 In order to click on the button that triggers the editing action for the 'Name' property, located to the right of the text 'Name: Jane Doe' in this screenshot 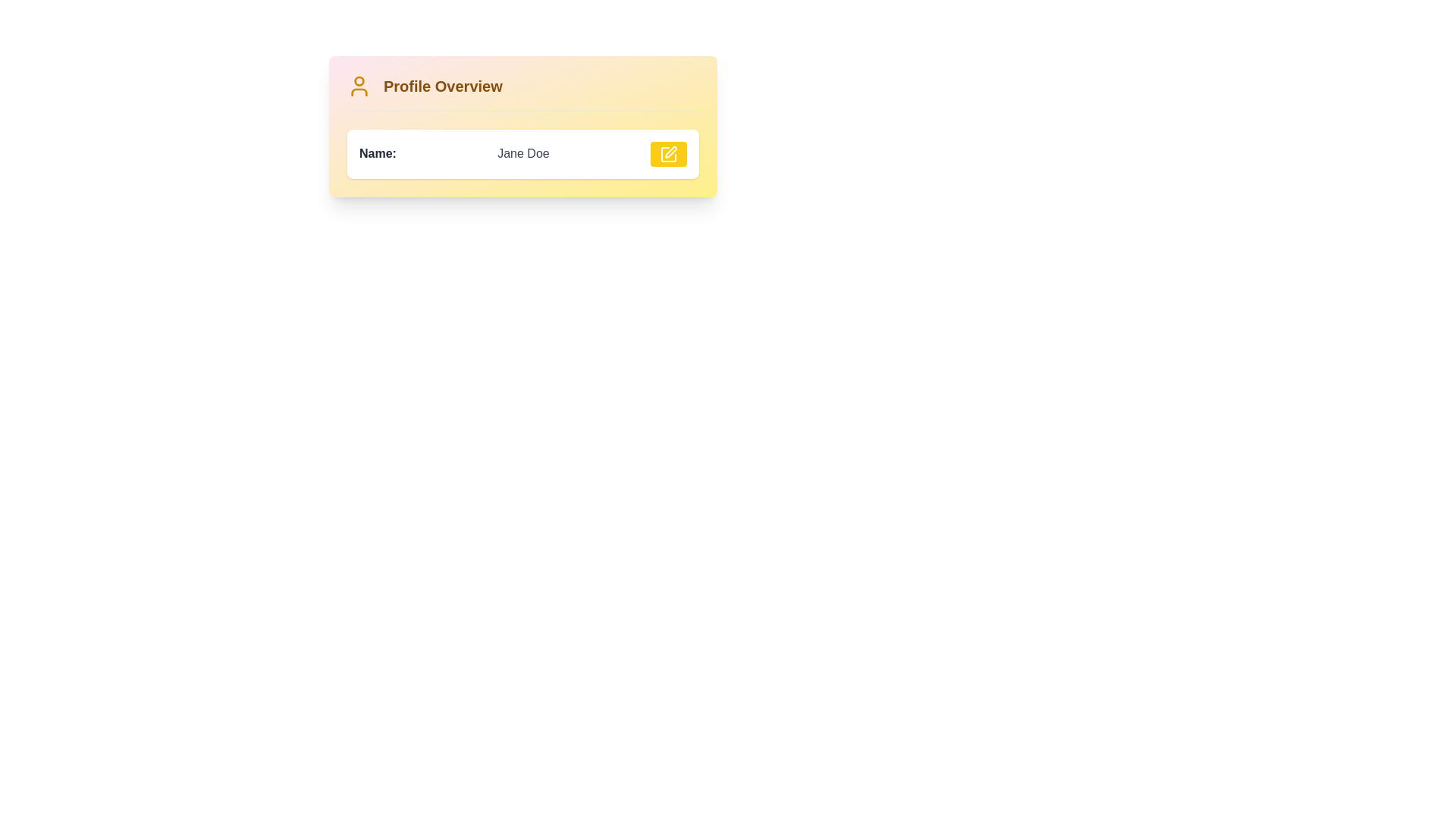, I will do `click(668, 154)`.